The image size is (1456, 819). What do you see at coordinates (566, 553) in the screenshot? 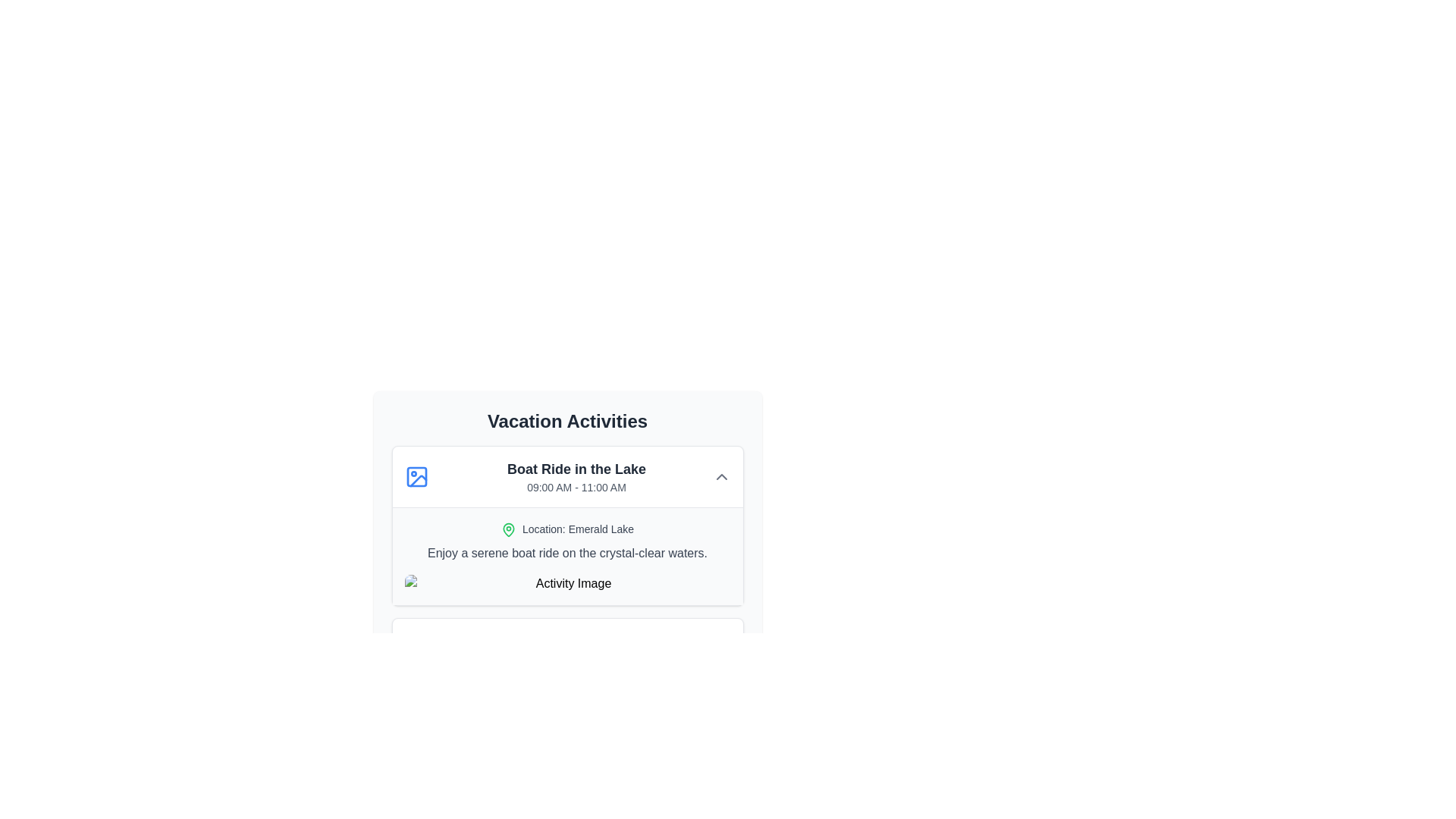
I see `text block displaying 'Enjoy a serene boat ride on the crystal-clear waters.' which is medium-sized, gray, and located below the 'Location: Emerald Lake' text` at bounding box center [566, 553].